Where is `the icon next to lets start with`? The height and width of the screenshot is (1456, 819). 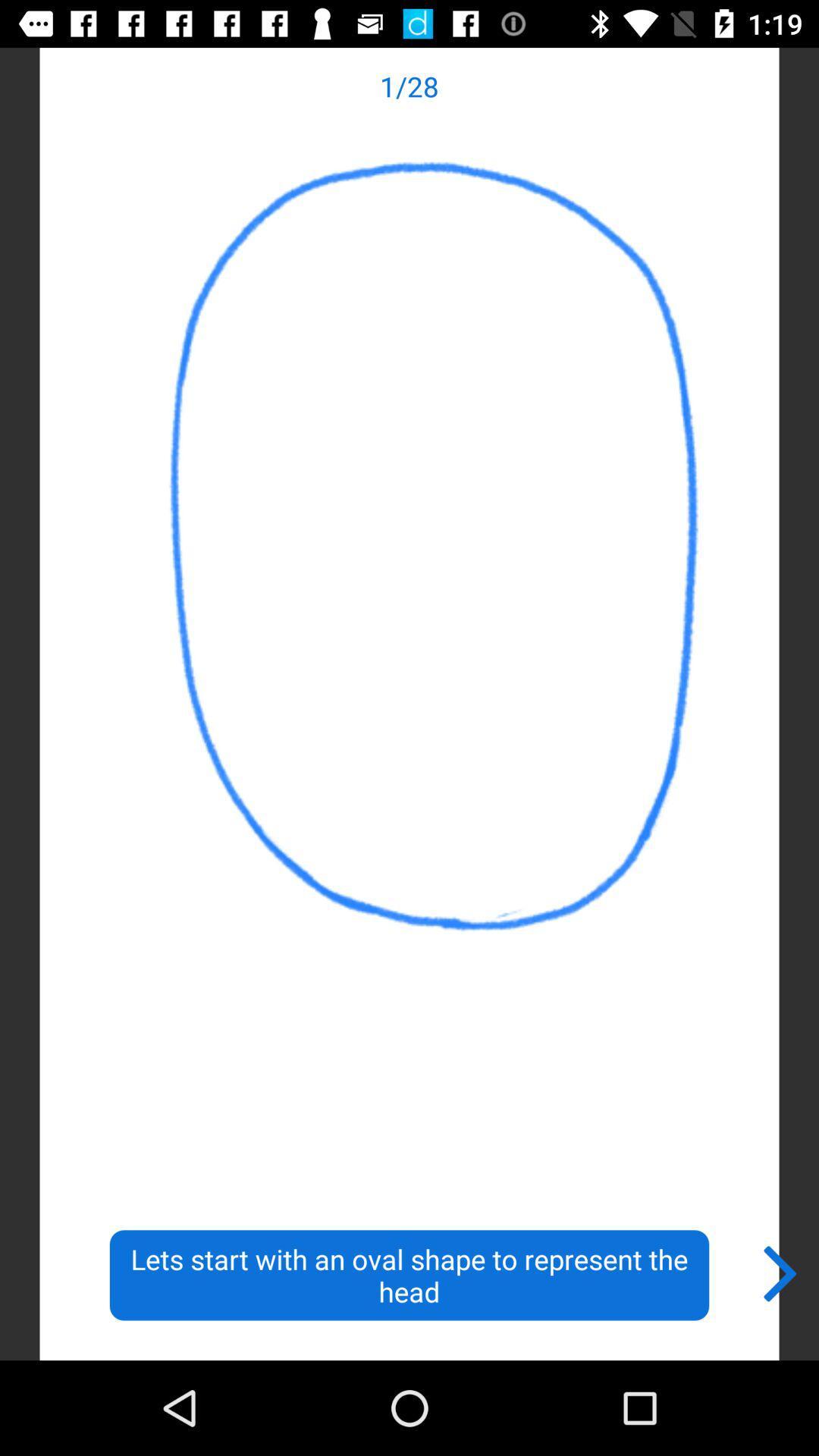
the icon next to lets start with is located at coordinates (781, 1270).